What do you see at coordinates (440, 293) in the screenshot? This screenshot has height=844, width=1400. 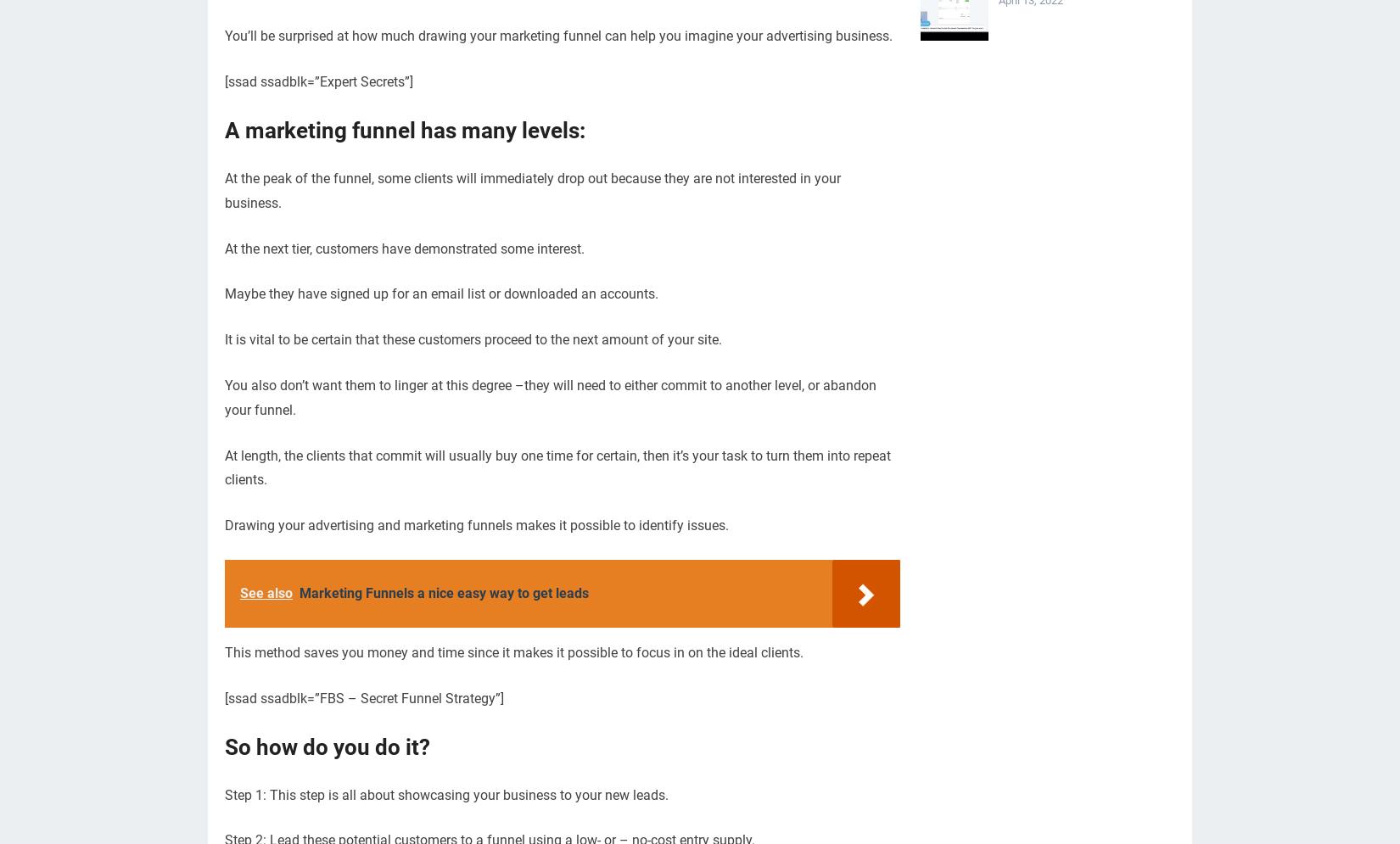 I see `'Maybe they have signed up for an email list or downloaded an accounts.'` at bounding box center [440, 293].